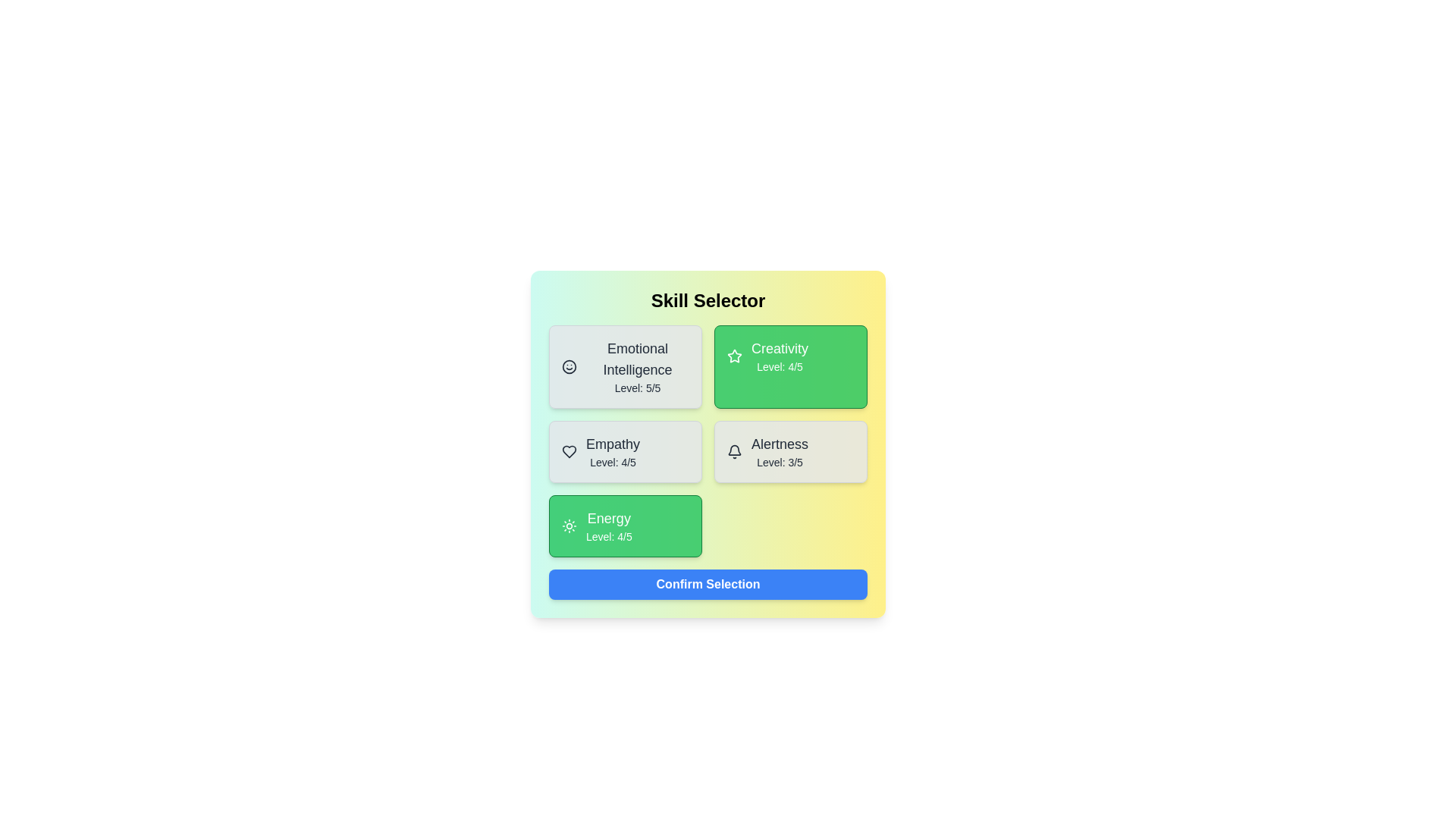 The image size is (1456, 819). I want to click on the skill card identified by Empathy, so click(626, 451).